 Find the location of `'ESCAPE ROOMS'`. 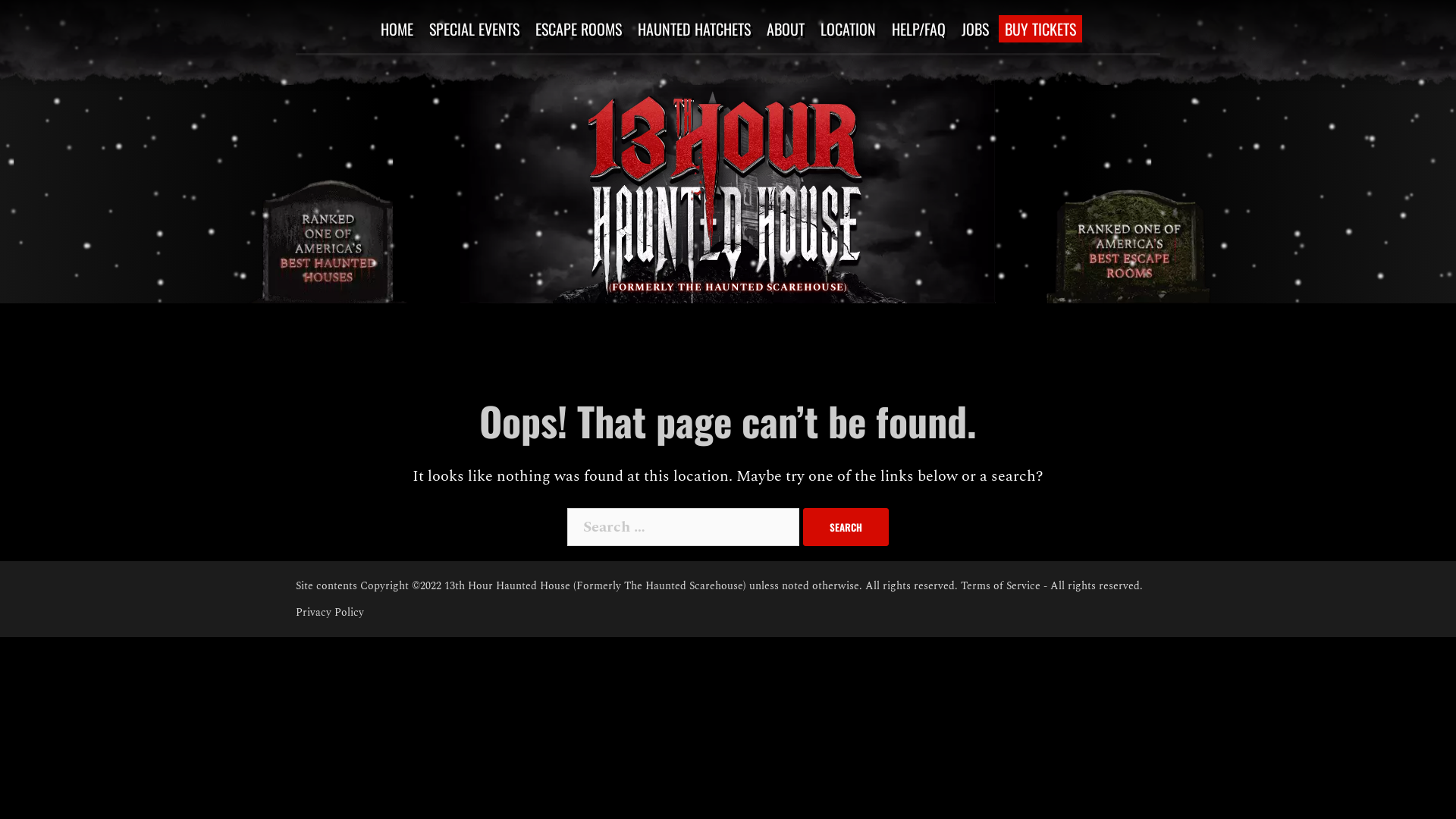

'ESCAPE ROOMS' is located at coordinates (578, 29).